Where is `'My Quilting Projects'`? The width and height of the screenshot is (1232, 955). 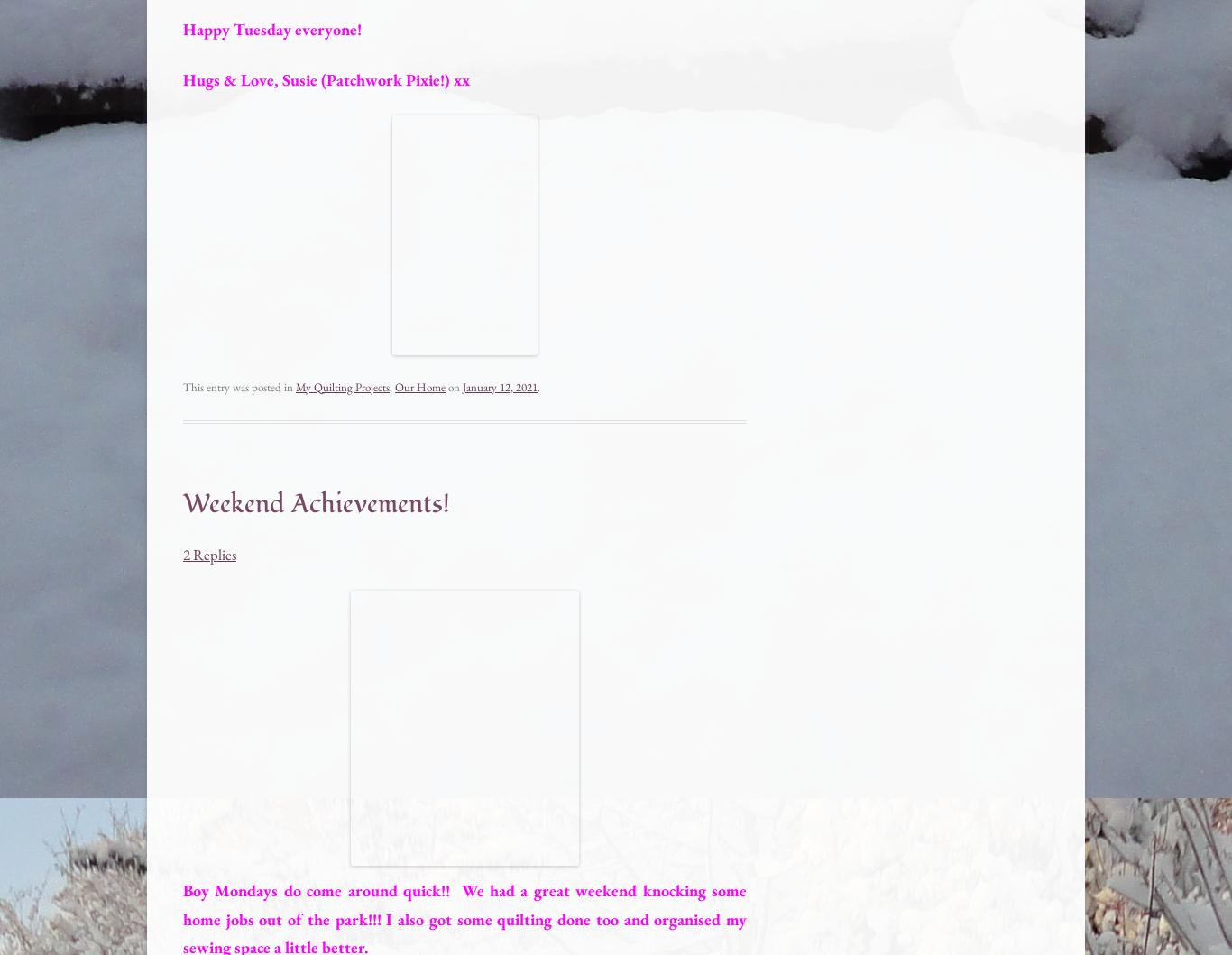 'My Quilting Projects' is located at coordinates (342, 386).